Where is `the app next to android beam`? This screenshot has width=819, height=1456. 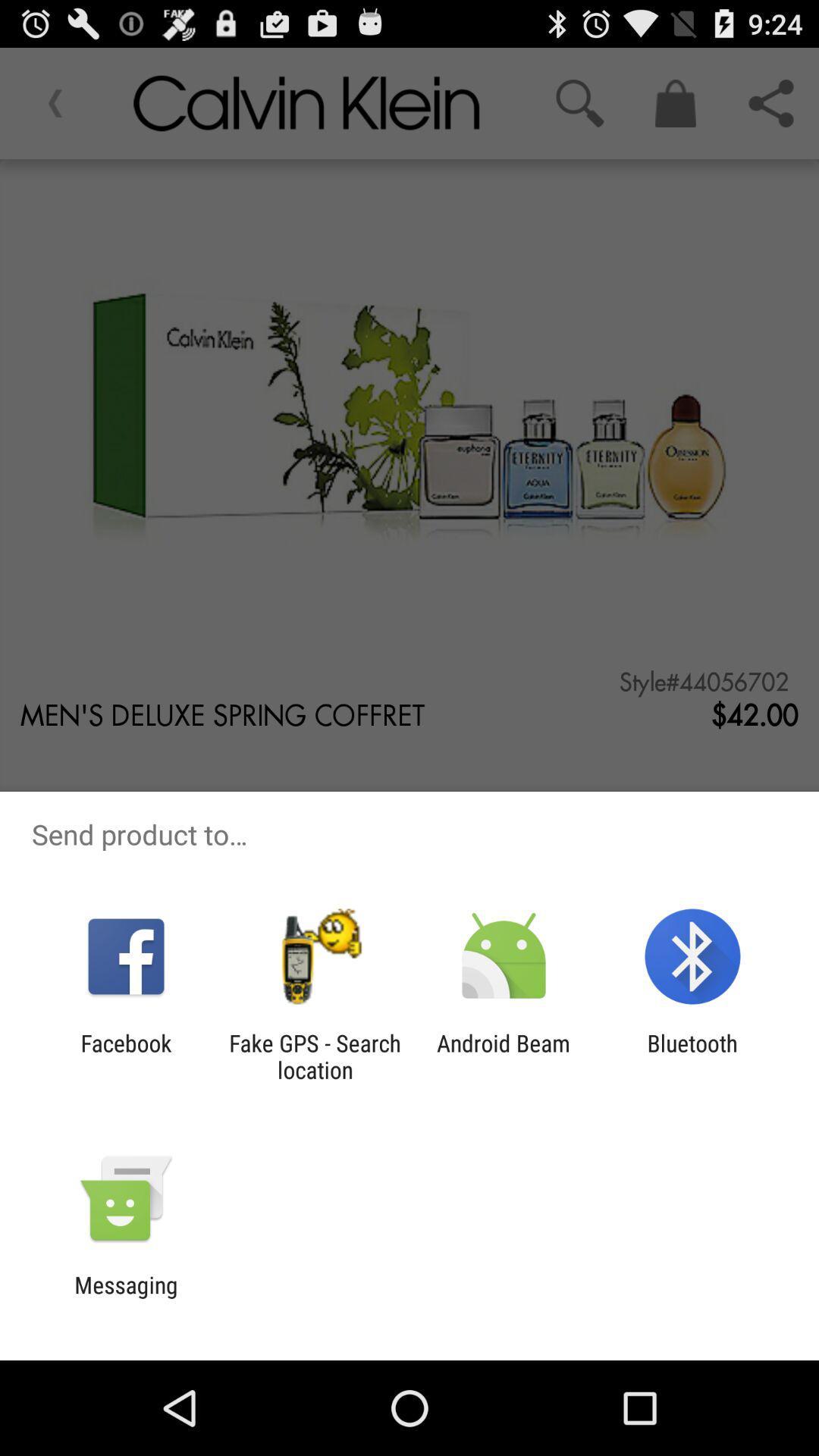 the app next to android beam is located at coordinates (692, 1056).